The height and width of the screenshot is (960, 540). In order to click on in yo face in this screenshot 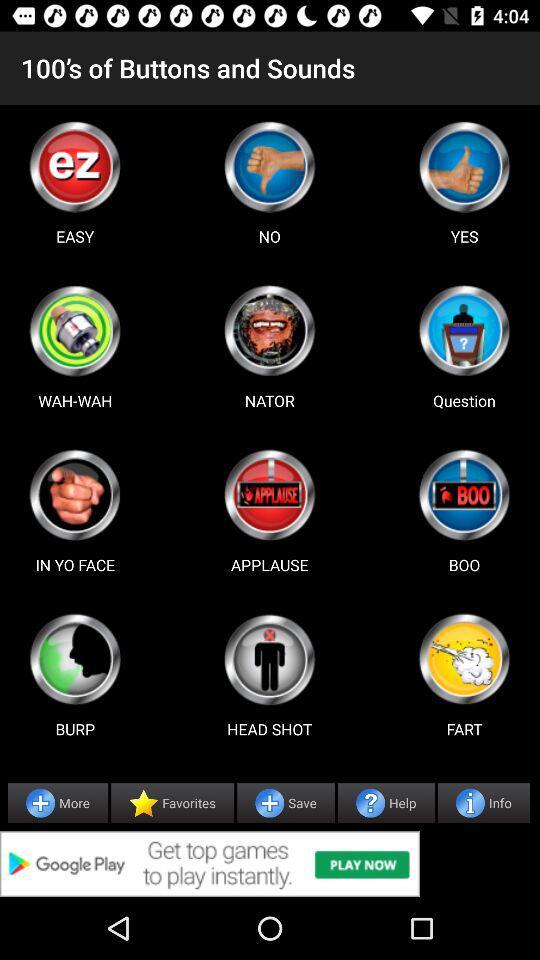, I will do `click(74, 494)`.